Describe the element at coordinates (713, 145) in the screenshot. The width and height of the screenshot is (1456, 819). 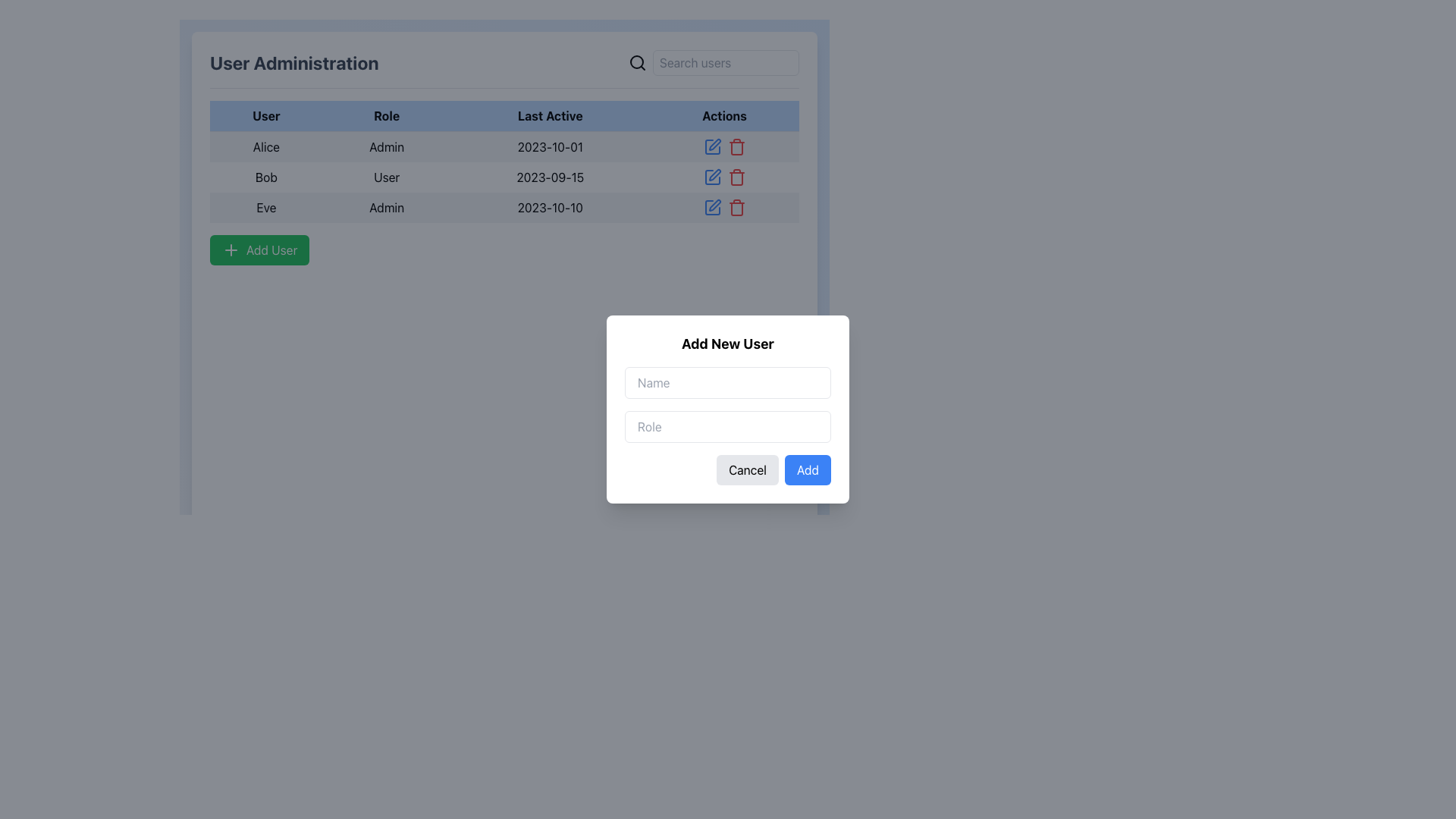
I see `the Icon button in the Actions column corresponding to the entry for 'Alice' to initiate editing actions` at that location.